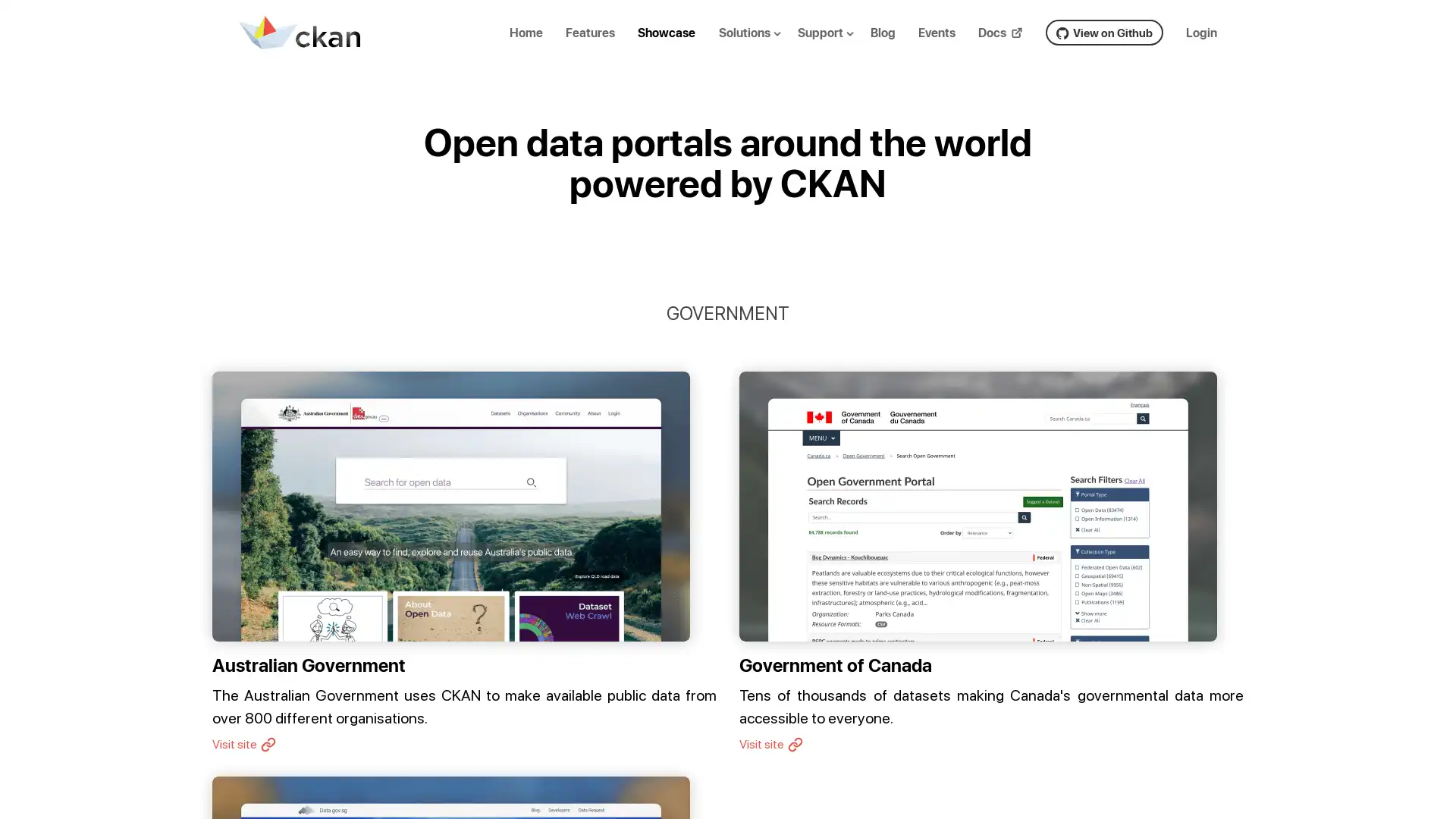  Describe the element at coordinates (837, 44) in the screenshot. I see `Support` at that location.